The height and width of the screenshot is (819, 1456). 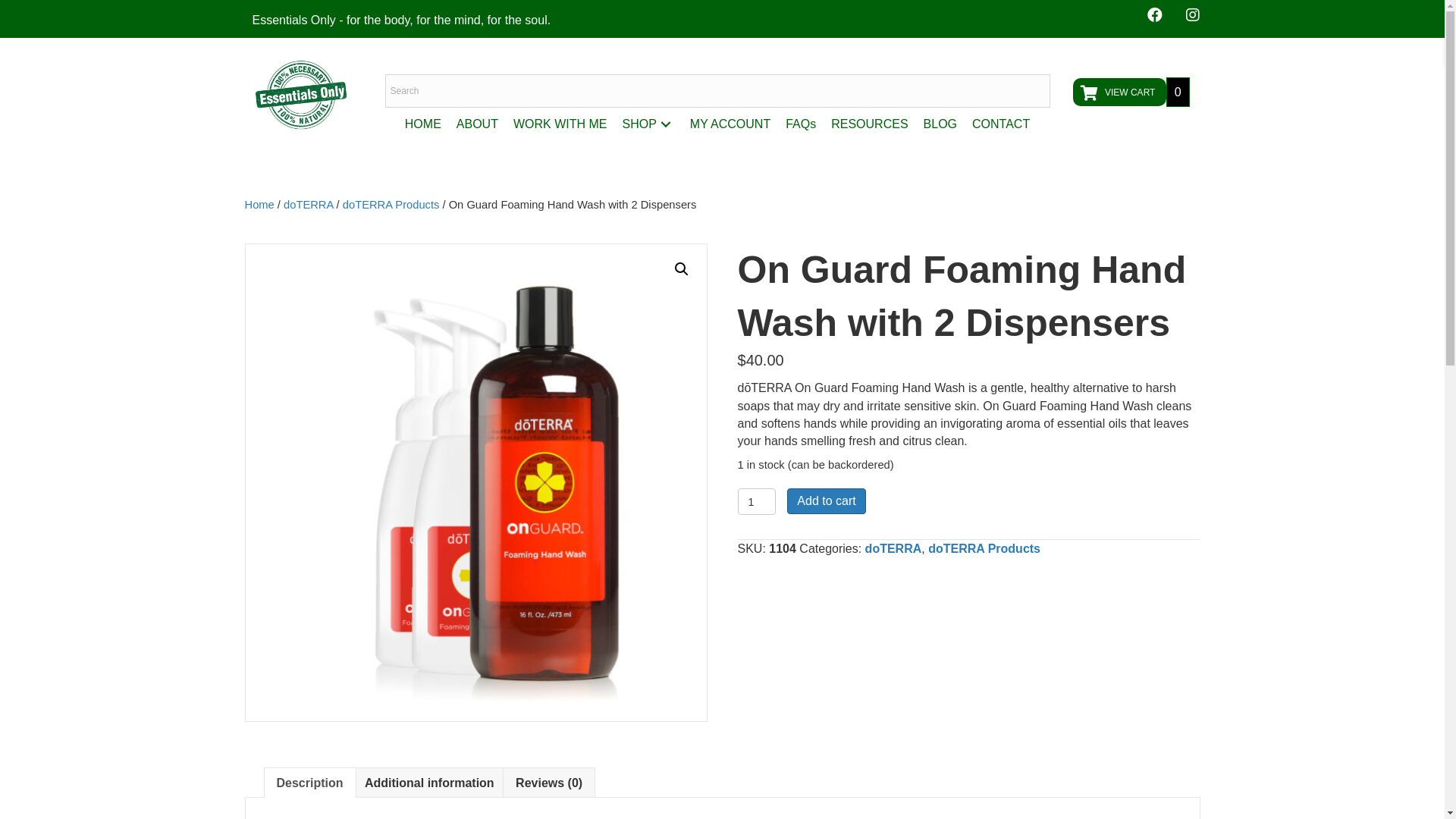 What do you see at coordinates (939, 123) in the screenshot?
I see `'BLOG'` at bounding box center [939, 123].